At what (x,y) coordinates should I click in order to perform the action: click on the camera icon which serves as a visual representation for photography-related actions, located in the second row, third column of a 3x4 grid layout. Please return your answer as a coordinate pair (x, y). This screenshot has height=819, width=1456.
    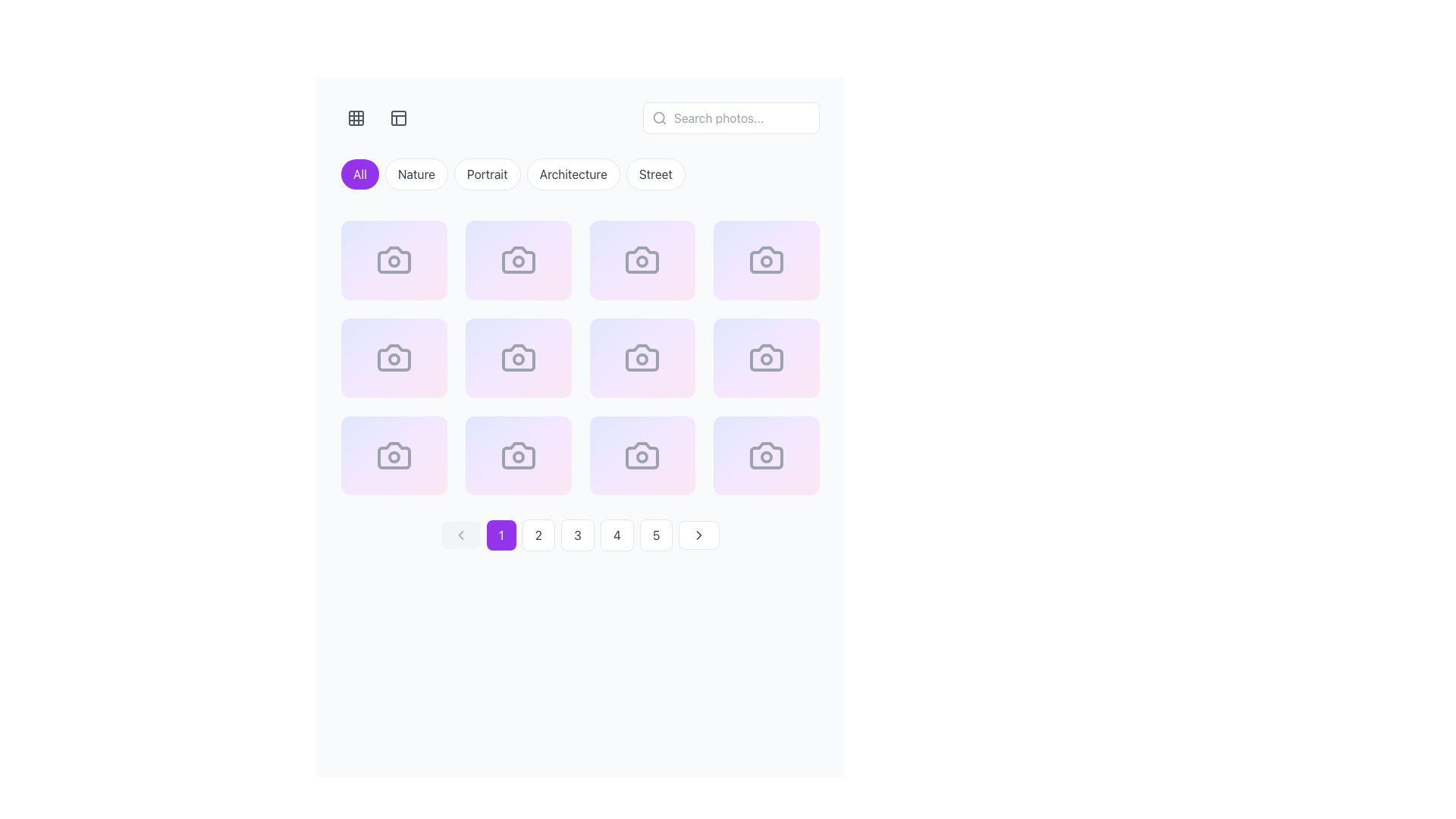
    Looking at the image, I should click on (394, 358).